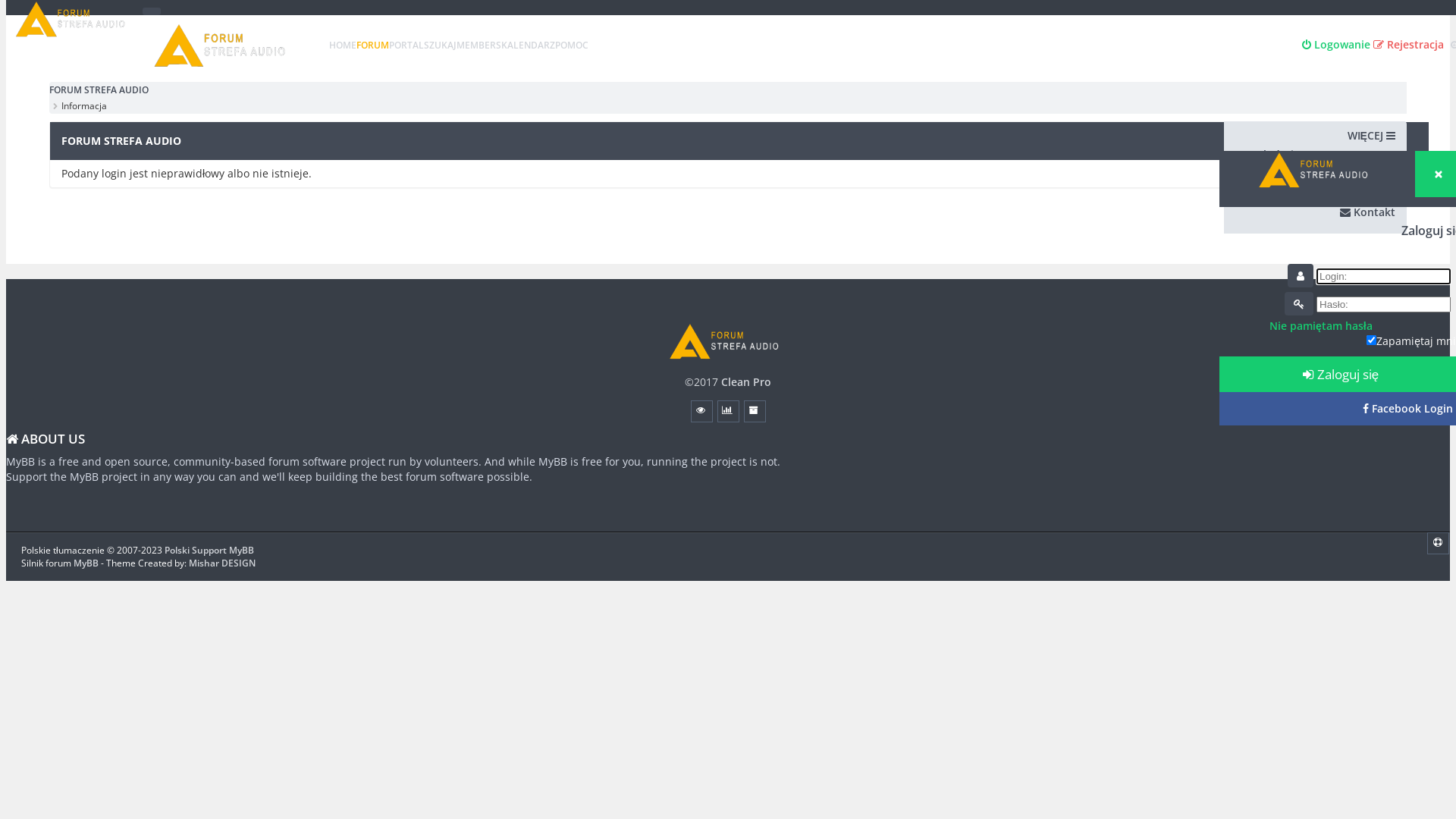 The width and height of the screenshot is (1456, 819). Describe the element at coordinates (570, 44) in the screenshot. I see `'POMOC'` at that location.